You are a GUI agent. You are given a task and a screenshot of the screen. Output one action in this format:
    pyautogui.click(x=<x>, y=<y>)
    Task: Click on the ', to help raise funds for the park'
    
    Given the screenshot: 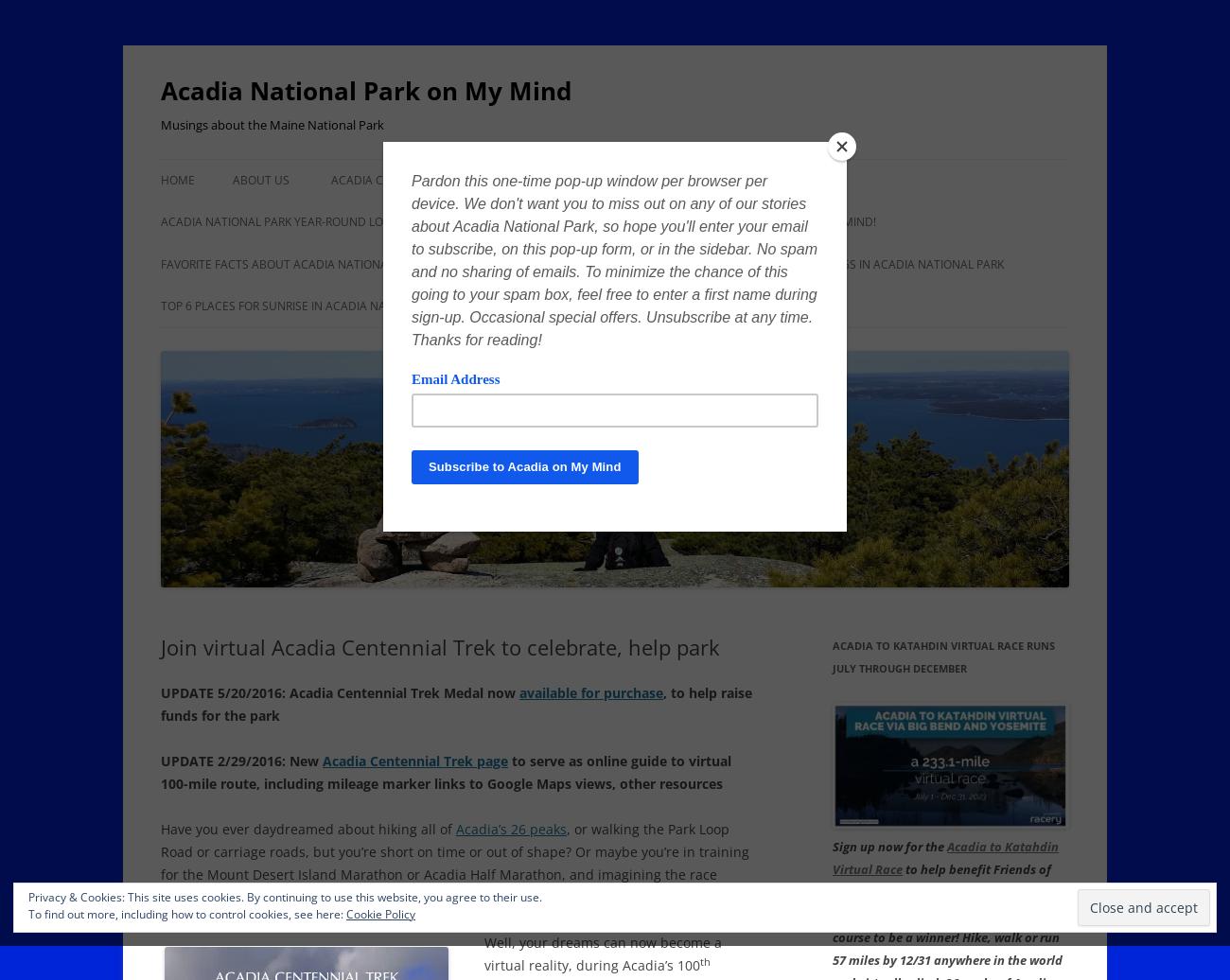 What is the action you would take?
    pyautogui.click(x=161, y=704)
    